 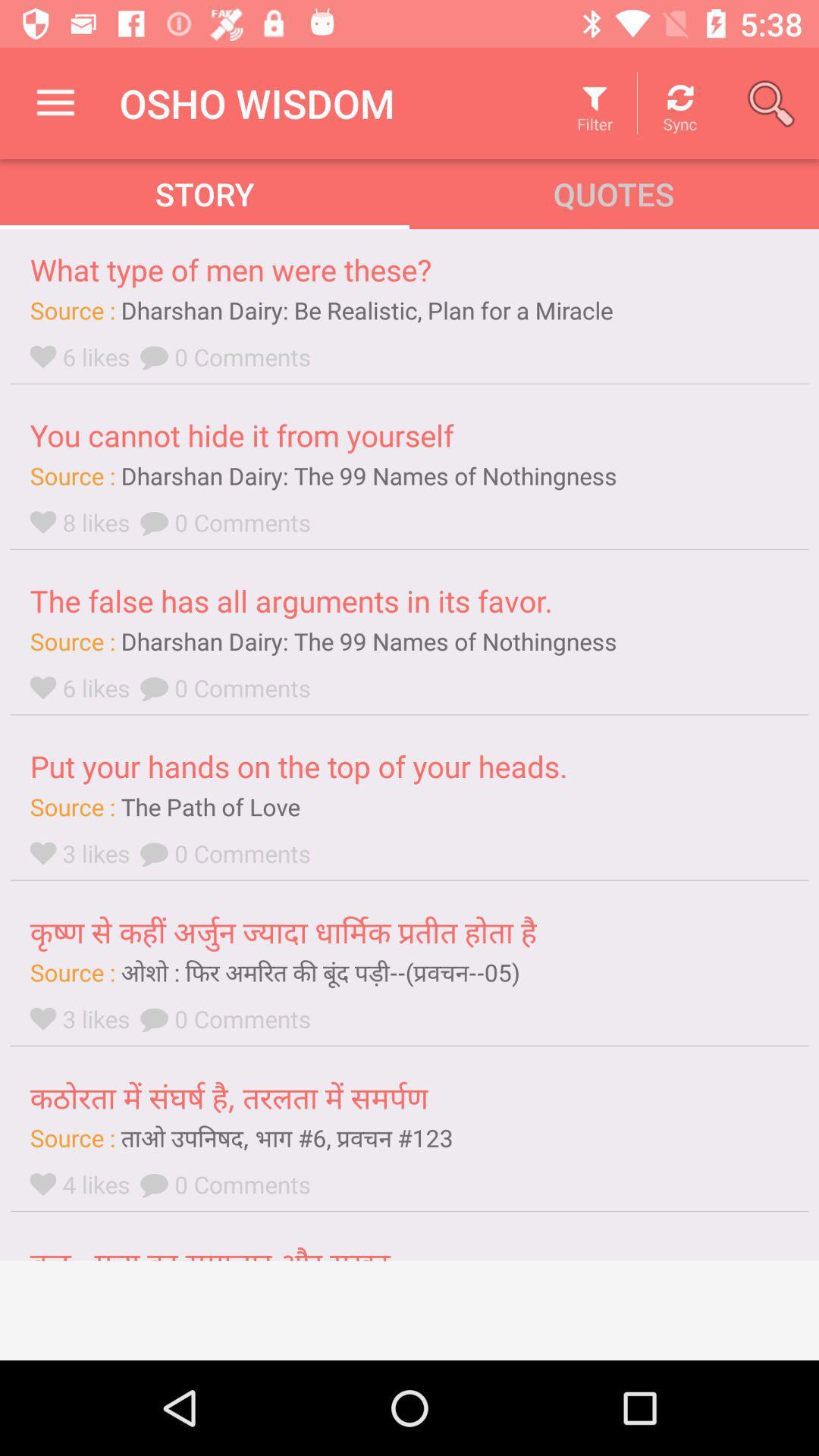 I want to click on icon next to the osho wisdom item, so click(x=55, y=102).